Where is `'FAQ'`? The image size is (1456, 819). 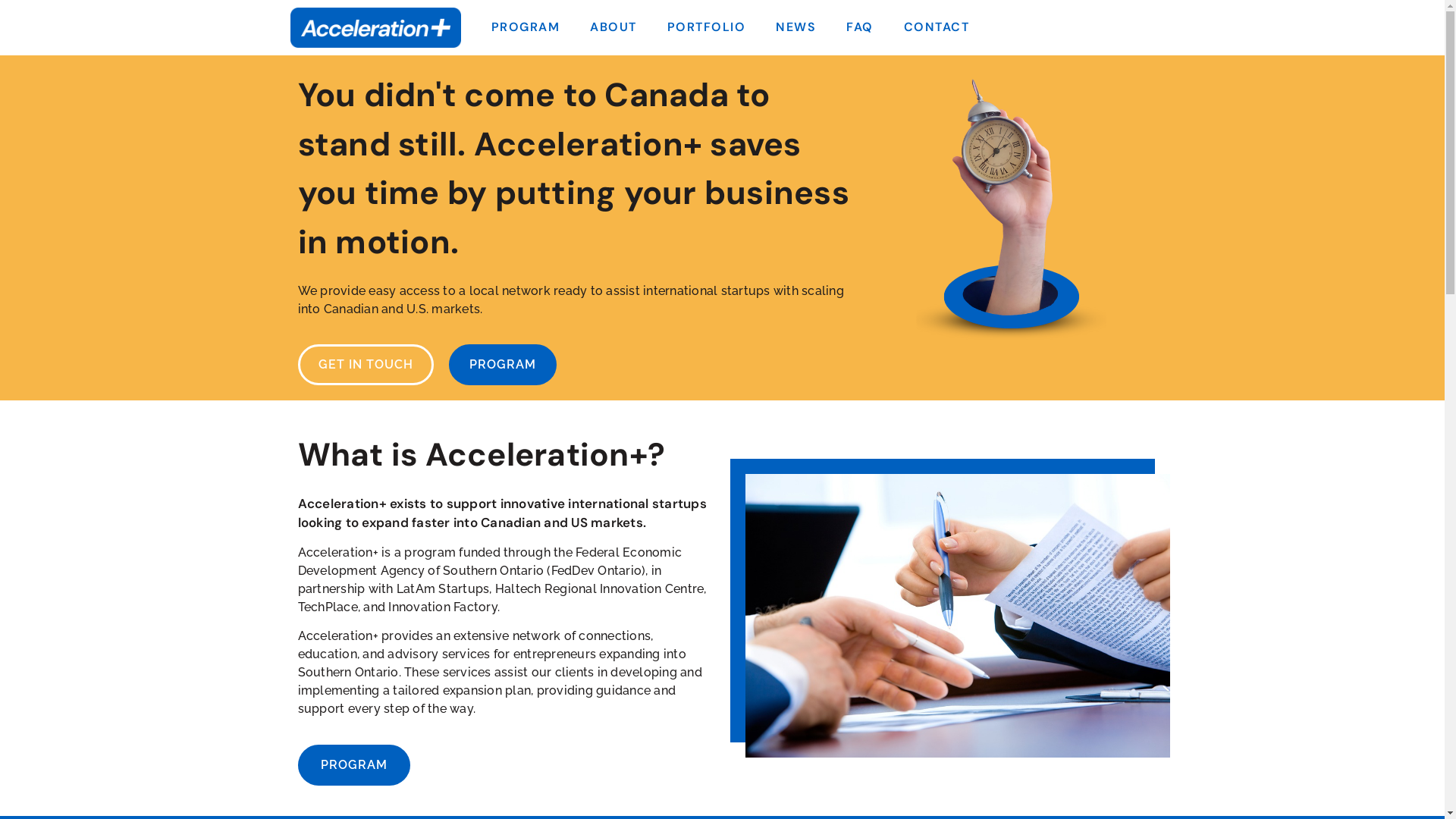
'FAQ' is located at coordinates (859, 27).